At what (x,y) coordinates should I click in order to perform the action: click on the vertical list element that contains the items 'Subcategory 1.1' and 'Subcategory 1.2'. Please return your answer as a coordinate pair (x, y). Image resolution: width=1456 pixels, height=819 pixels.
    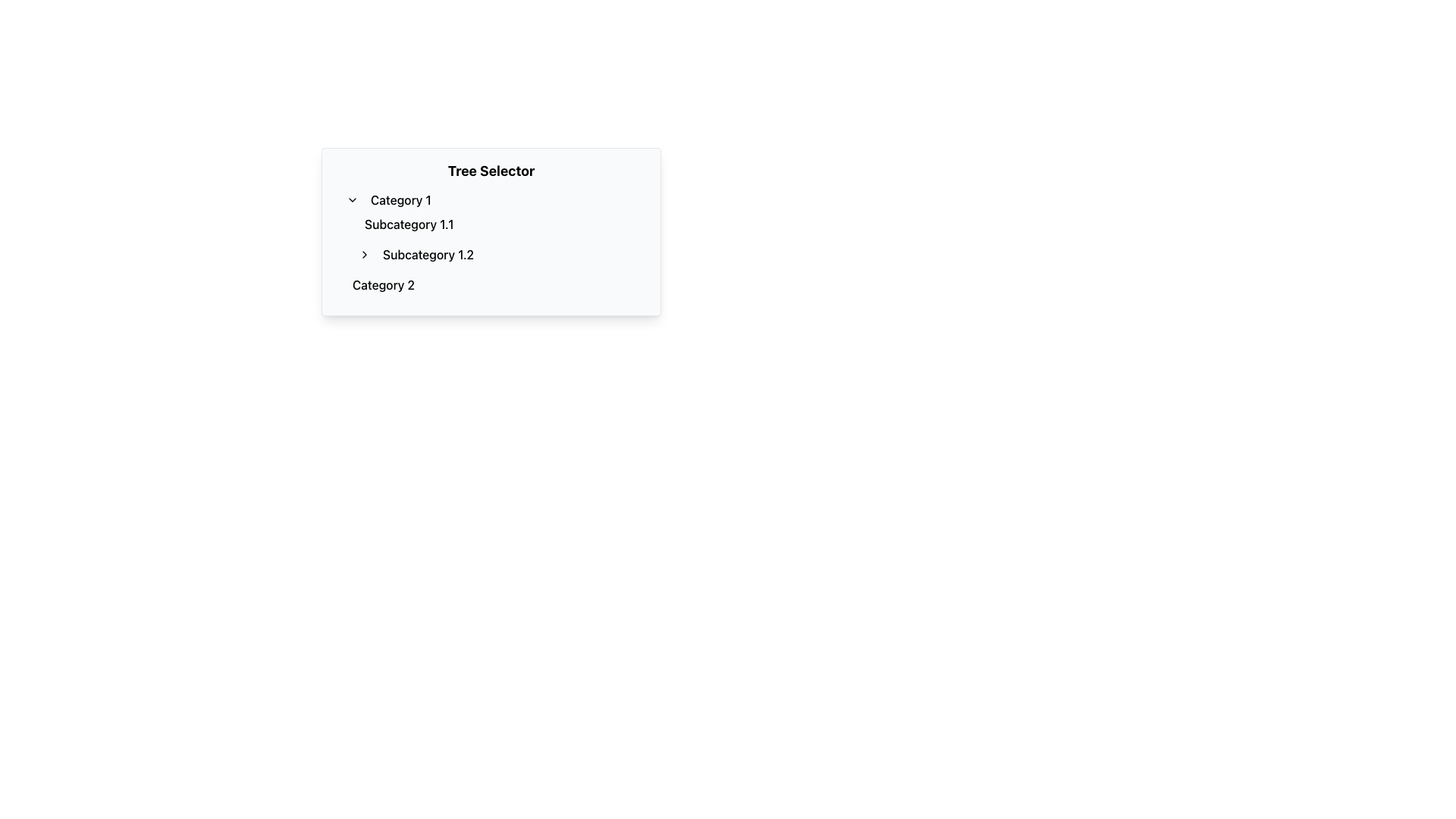
    Looking at the image, I should click on (497, 239).